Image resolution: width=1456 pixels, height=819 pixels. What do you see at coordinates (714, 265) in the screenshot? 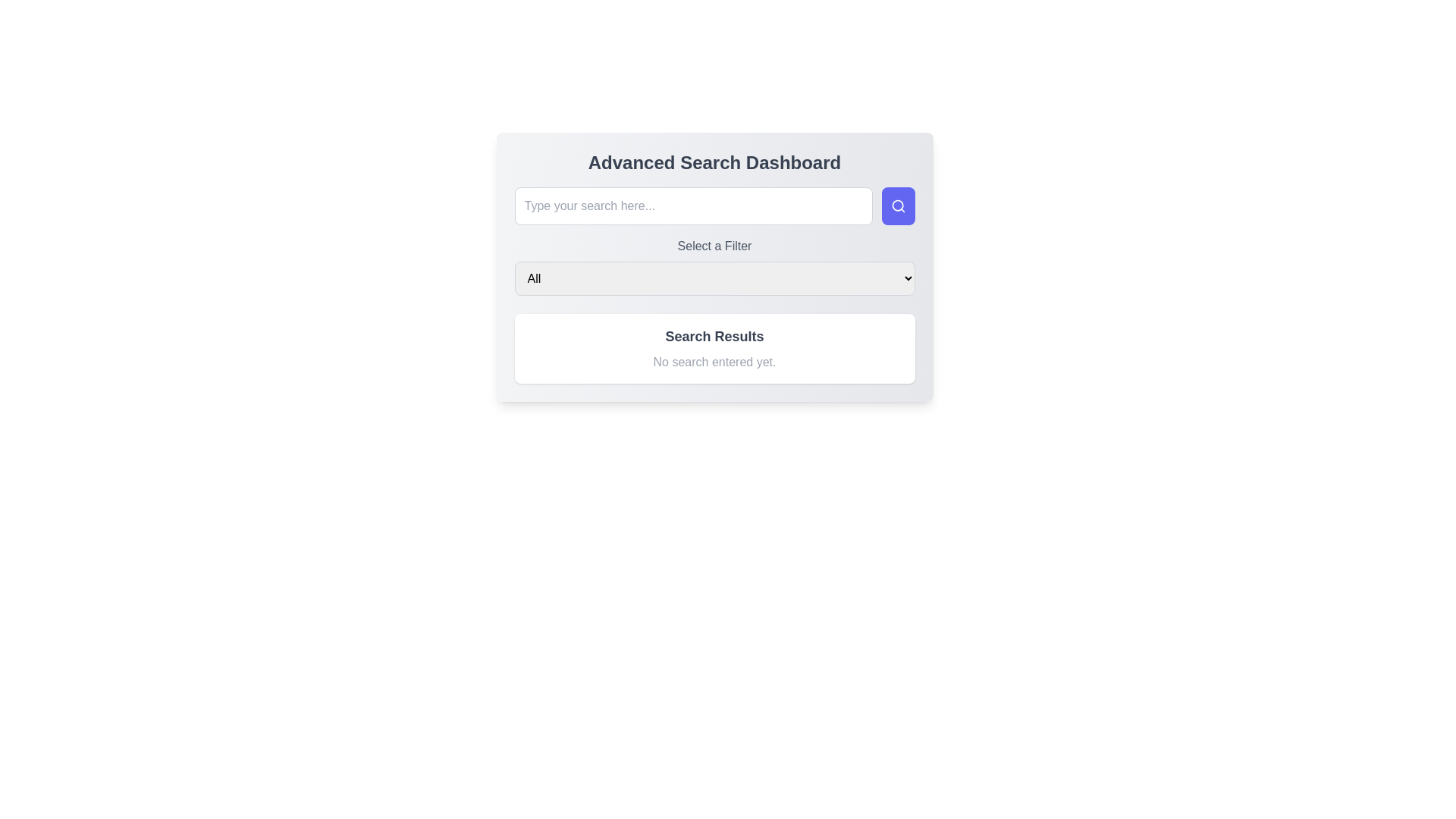
I see `the 'Select a Filter' dropdown menu` at bounding box center [714, 265].